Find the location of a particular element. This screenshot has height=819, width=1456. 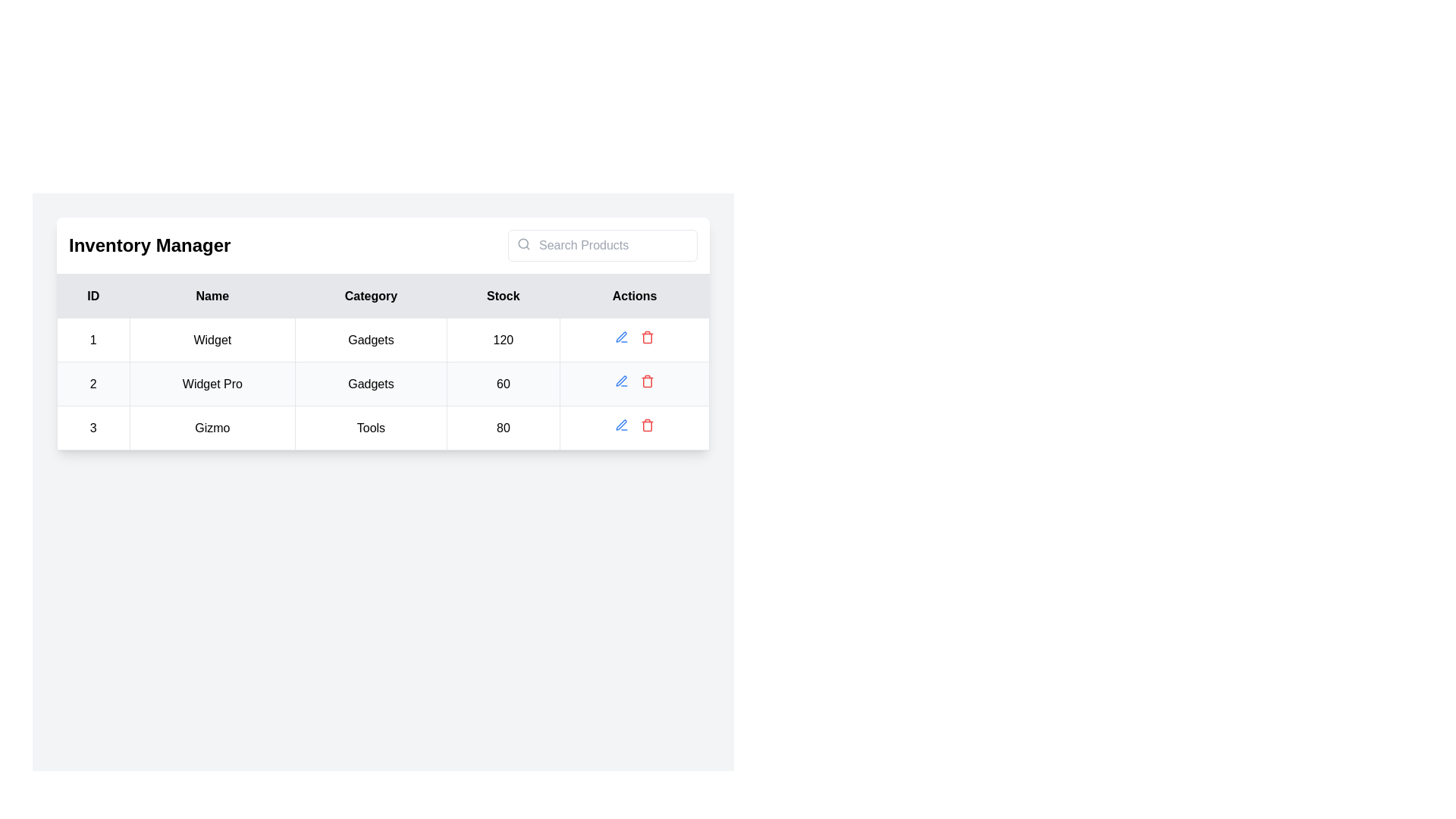

text content of the static table cell displaying the ID of the table entry located at the leftmost column of the second row is located at coordinates (93, 383).